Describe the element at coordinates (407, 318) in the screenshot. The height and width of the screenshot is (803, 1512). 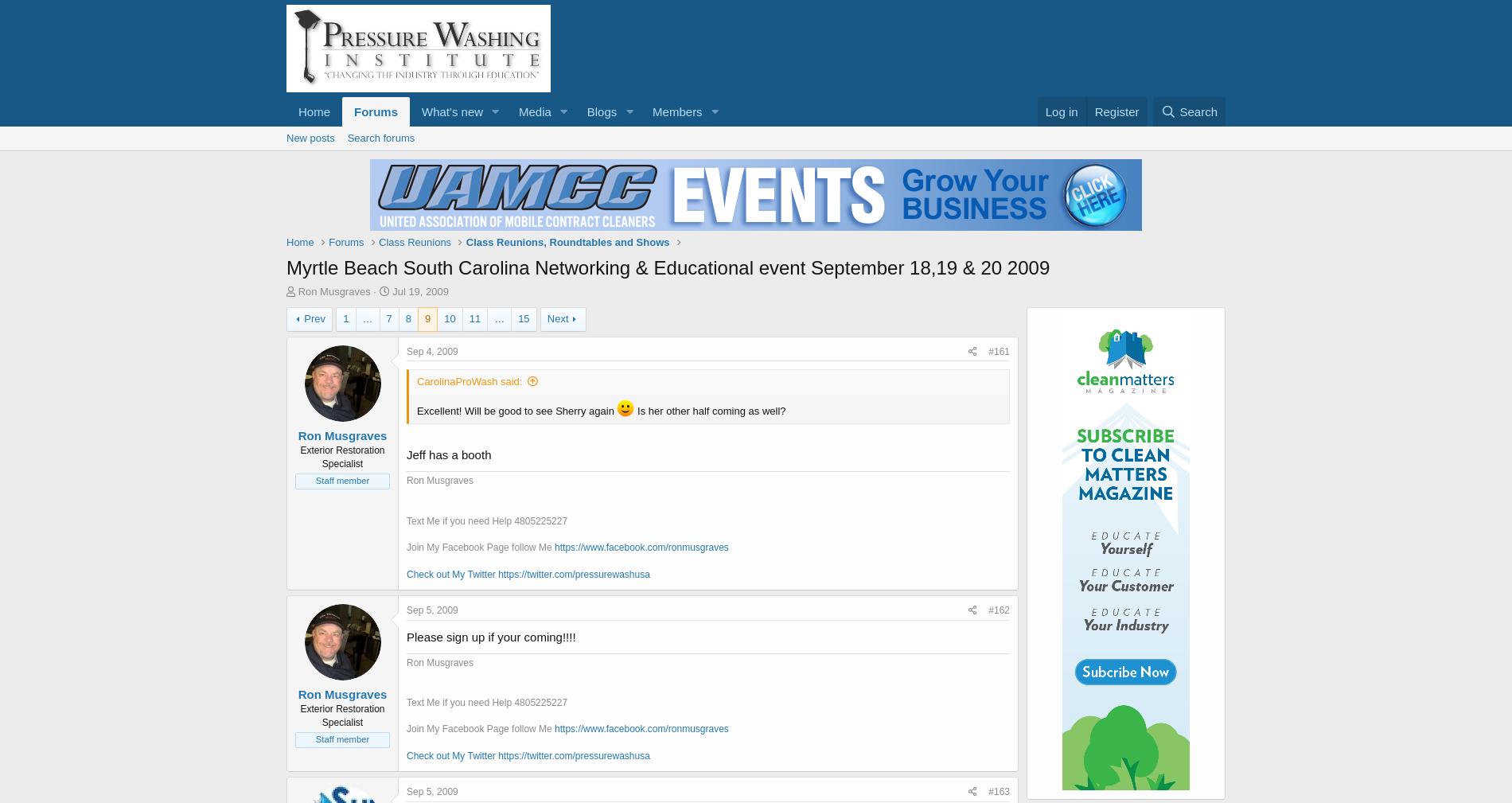
I see `'8'` at that location.